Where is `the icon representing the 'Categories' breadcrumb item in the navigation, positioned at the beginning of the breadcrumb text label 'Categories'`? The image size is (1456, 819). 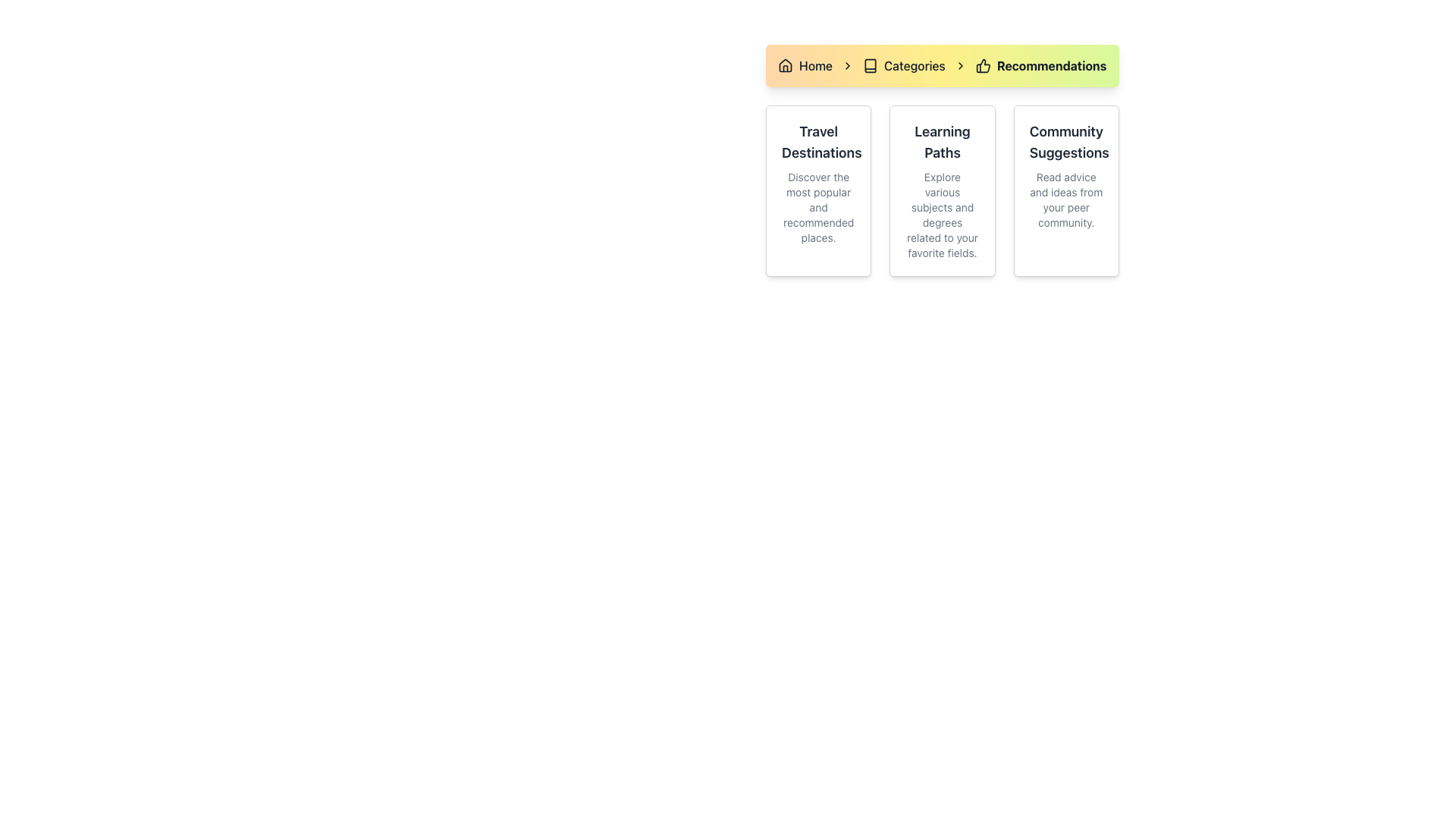
the icon representing the 'Categories' breadcrumb item in the navigation, positioned at the beginning of the breadcrumb text label 'Categories' is located at coordinates (870, 65).